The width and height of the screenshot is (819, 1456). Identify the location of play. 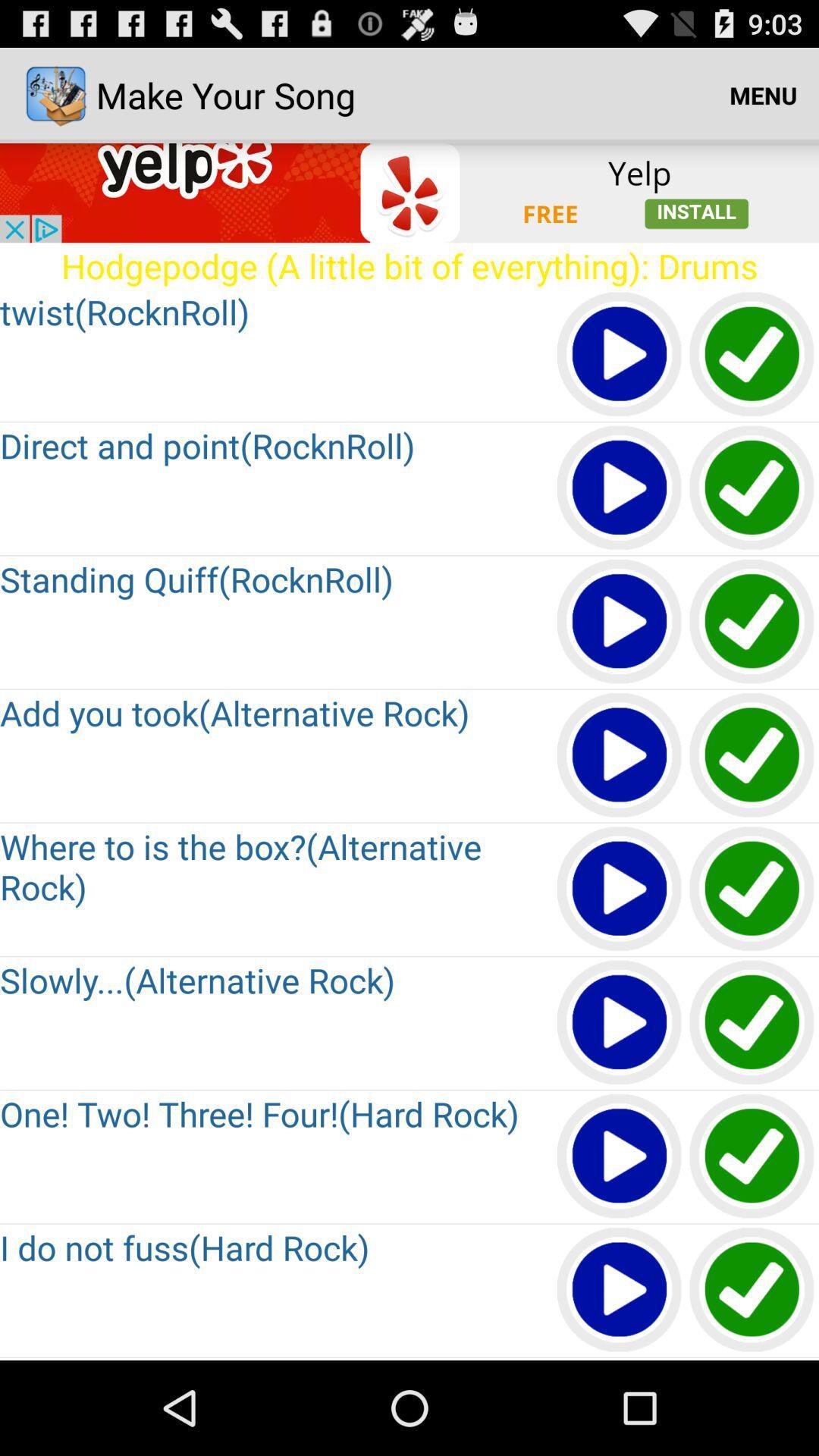
(620, 622).